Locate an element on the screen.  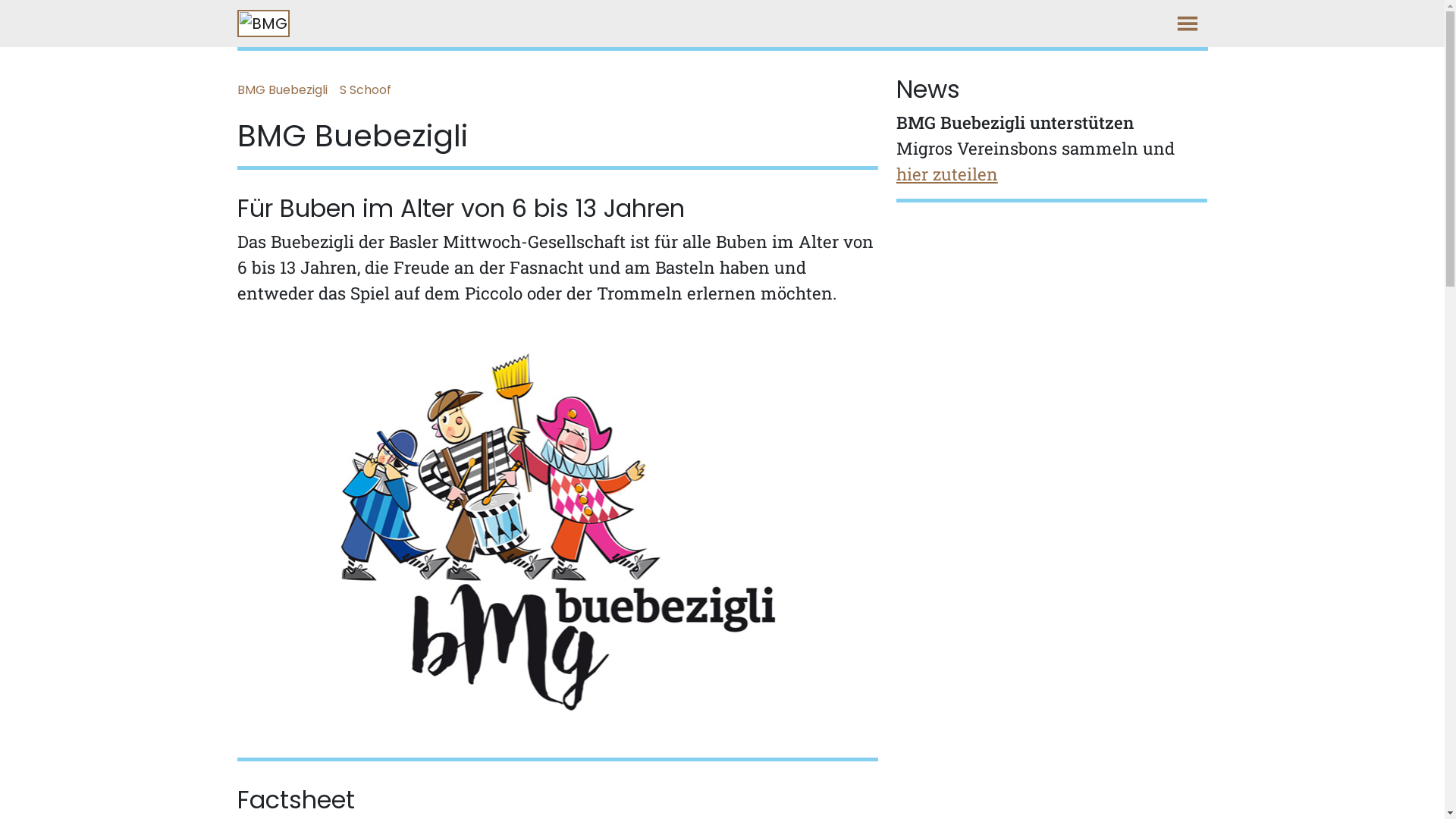
'S Schoof' is located at coordinates (371, 90).